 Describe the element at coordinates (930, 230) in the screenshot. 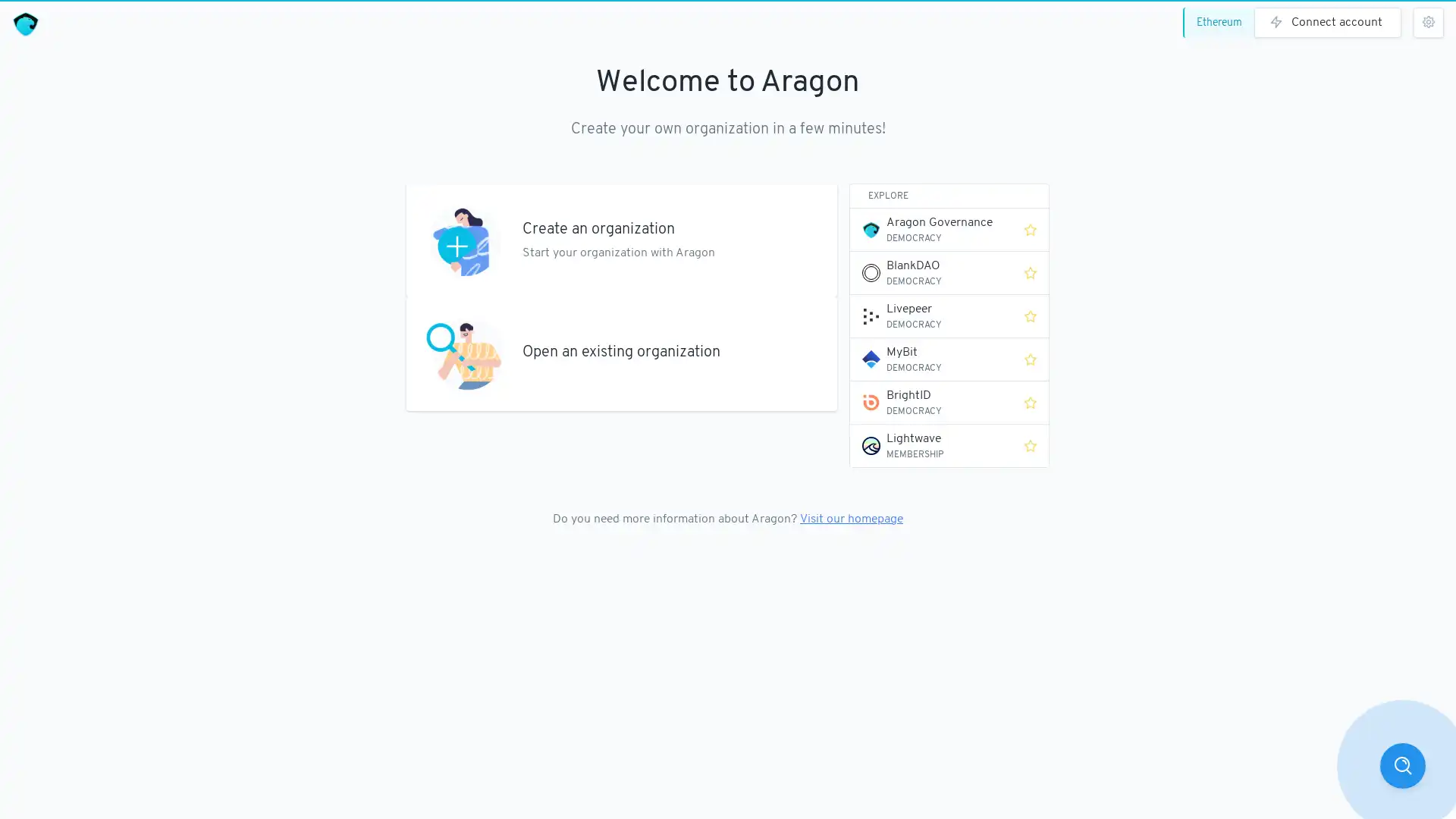

I see `Aragon Governance DEMOCRACY` at that location.